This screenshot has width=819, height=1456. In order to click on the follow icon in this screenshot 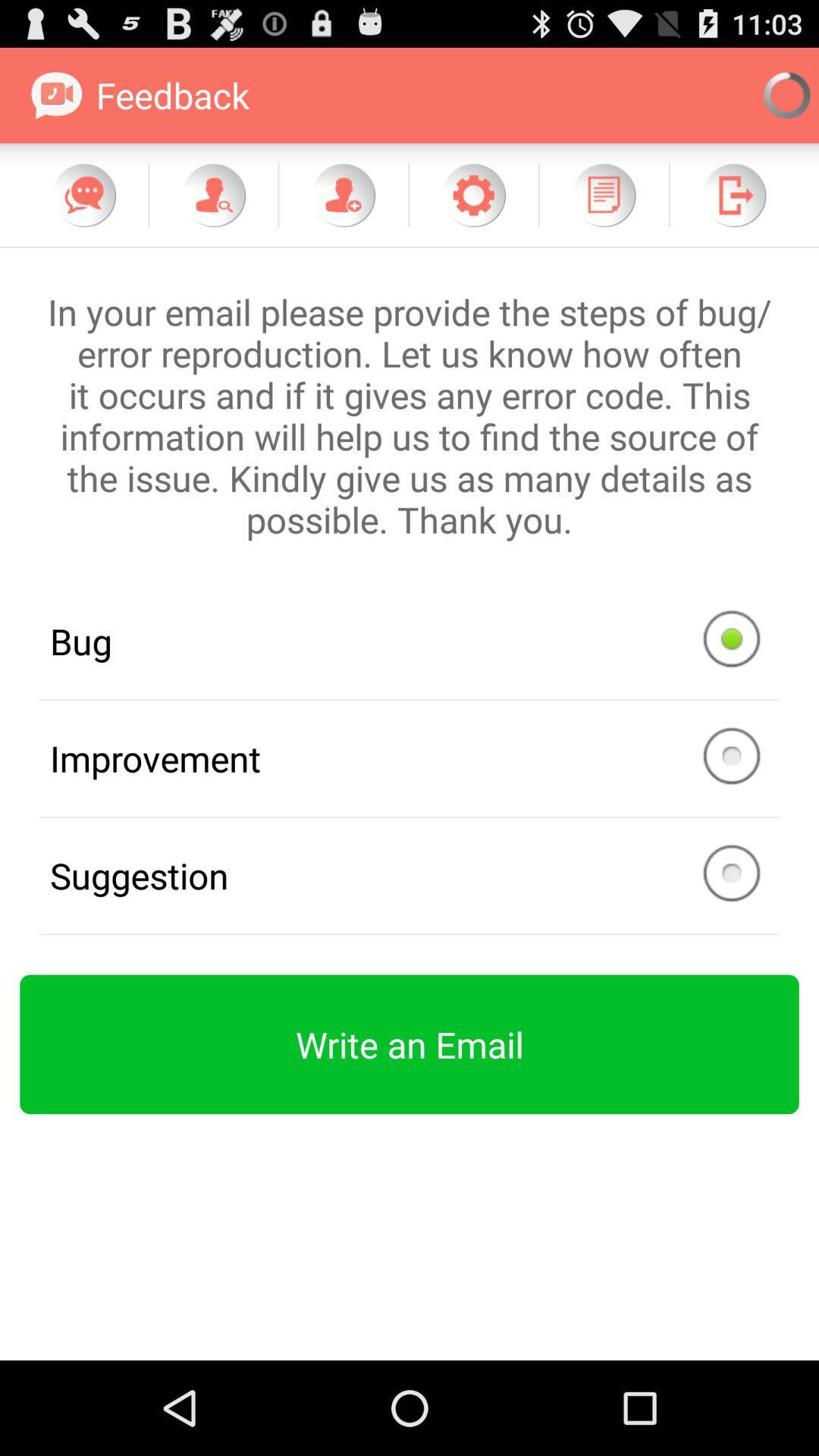, I will do `click(213, 208)`.